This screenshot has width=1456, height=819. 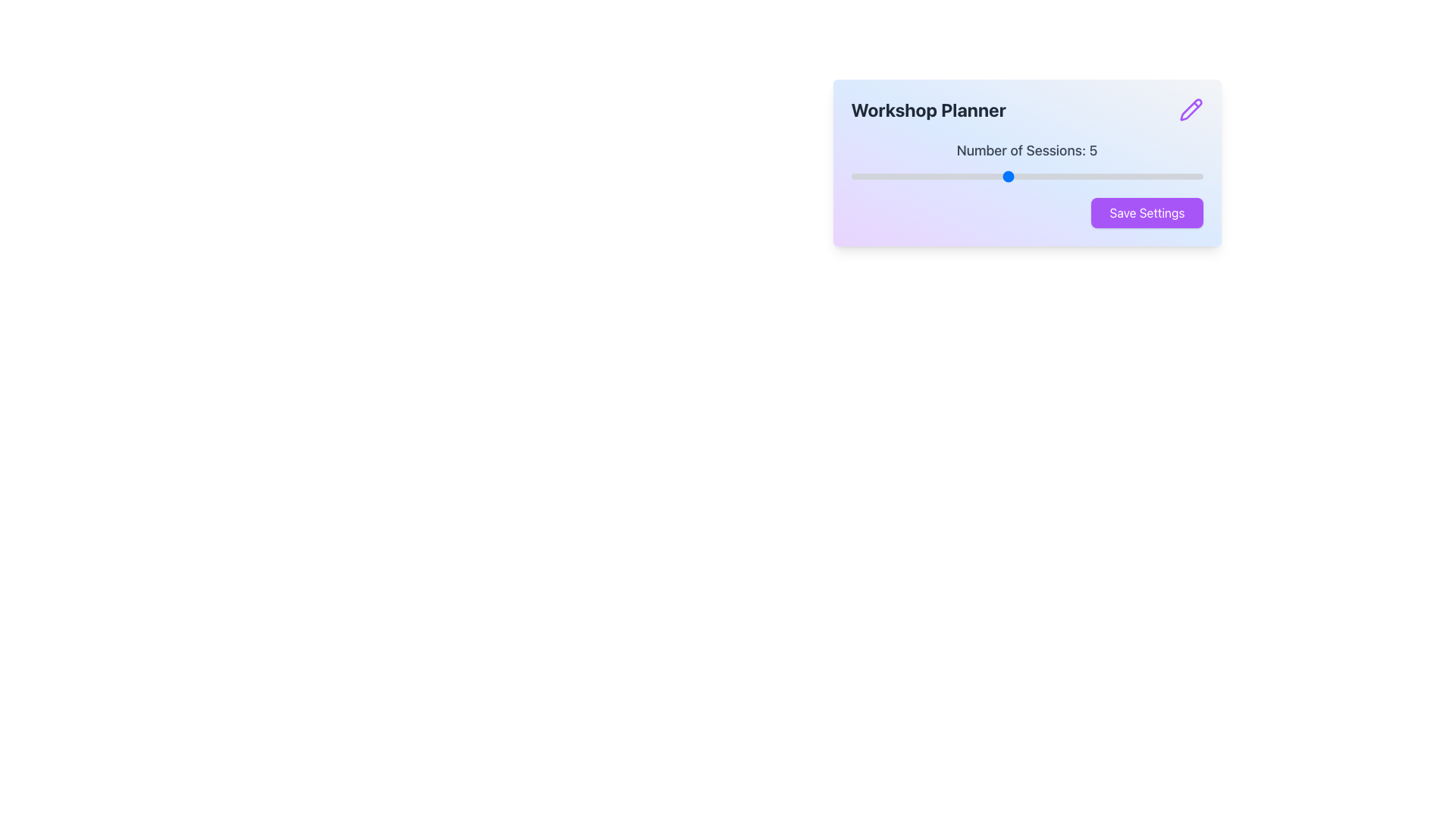 I want to click on the number of sessions, so click(x=928, y=175).